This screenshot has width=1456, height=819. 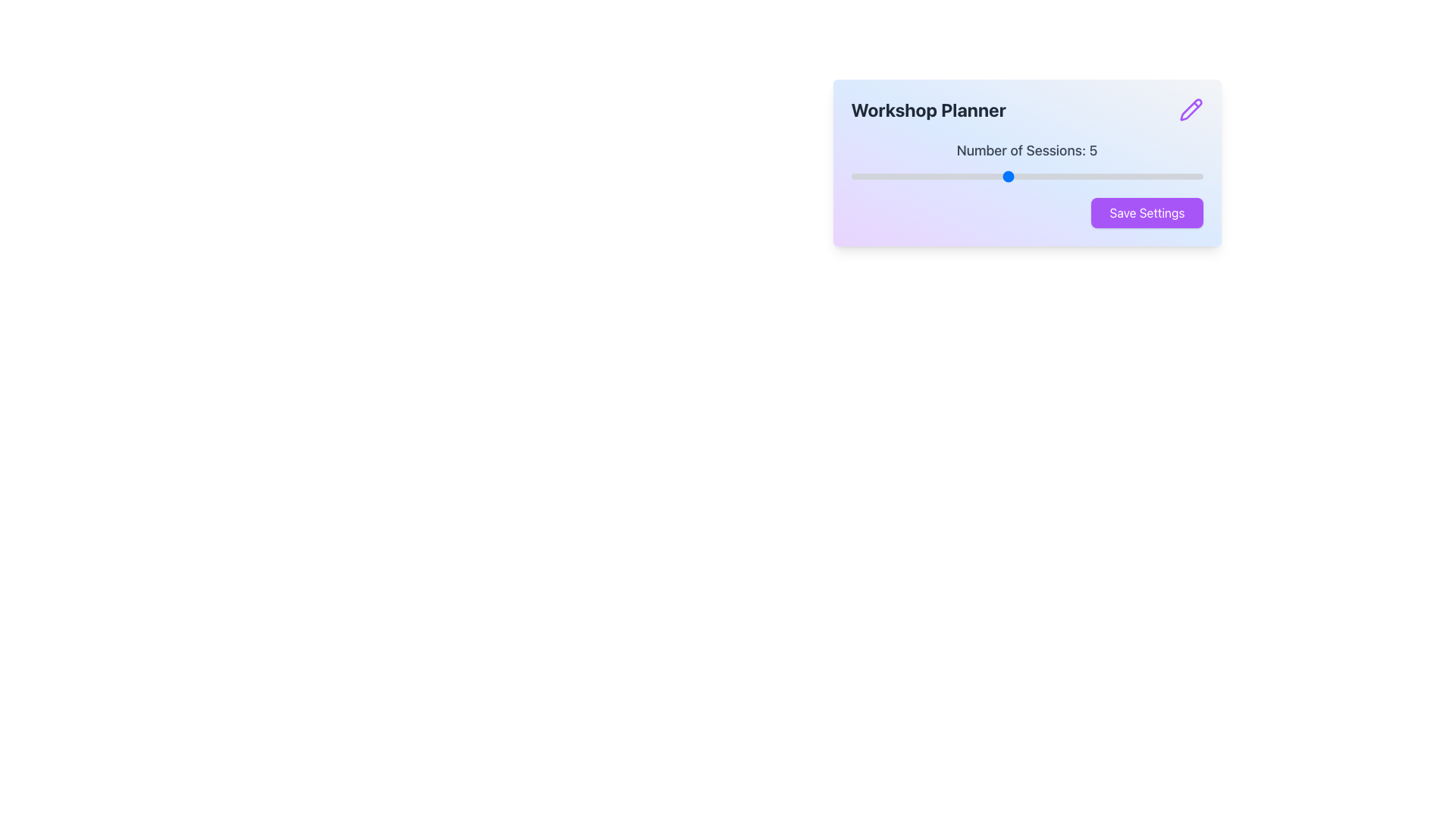 I want to click on the number of sessions, so click(x=928, y=175).